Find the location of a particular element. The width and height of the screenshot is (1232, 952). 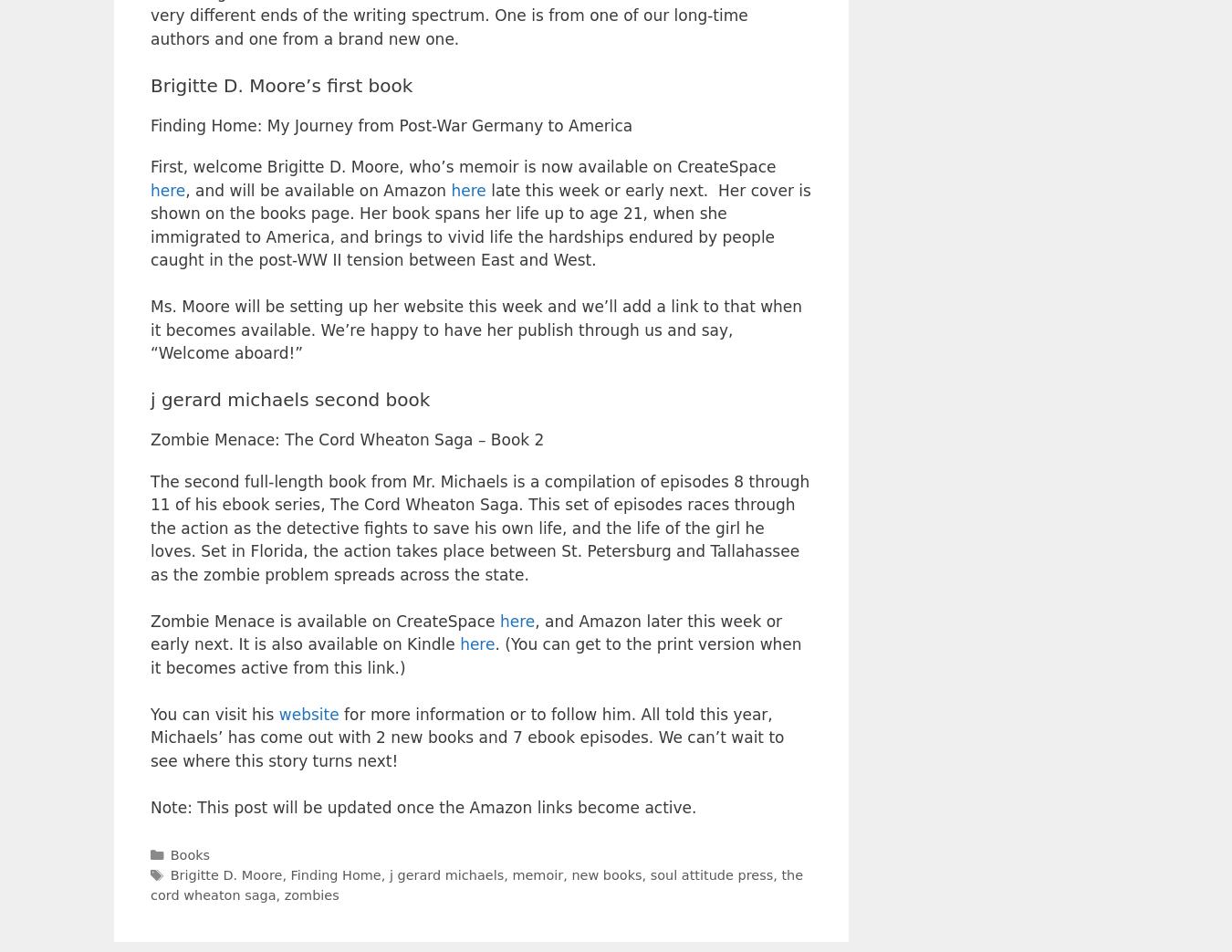

'Brigitte D. Moore' is located at coordinates (170, 873).